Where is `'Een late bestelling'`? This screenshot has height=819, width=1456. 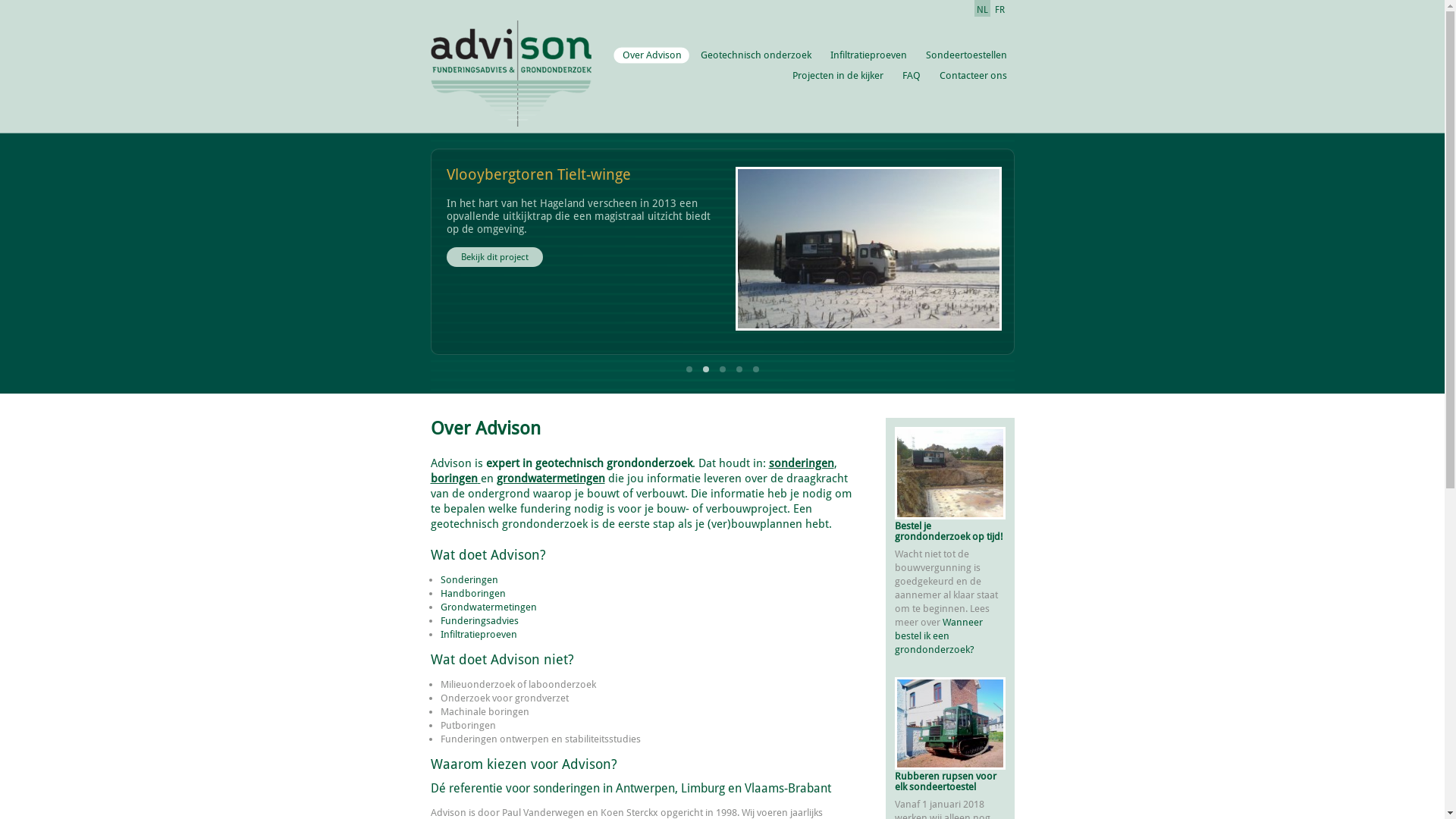
'Een late bestelling' is located at coordinates (949, 472).